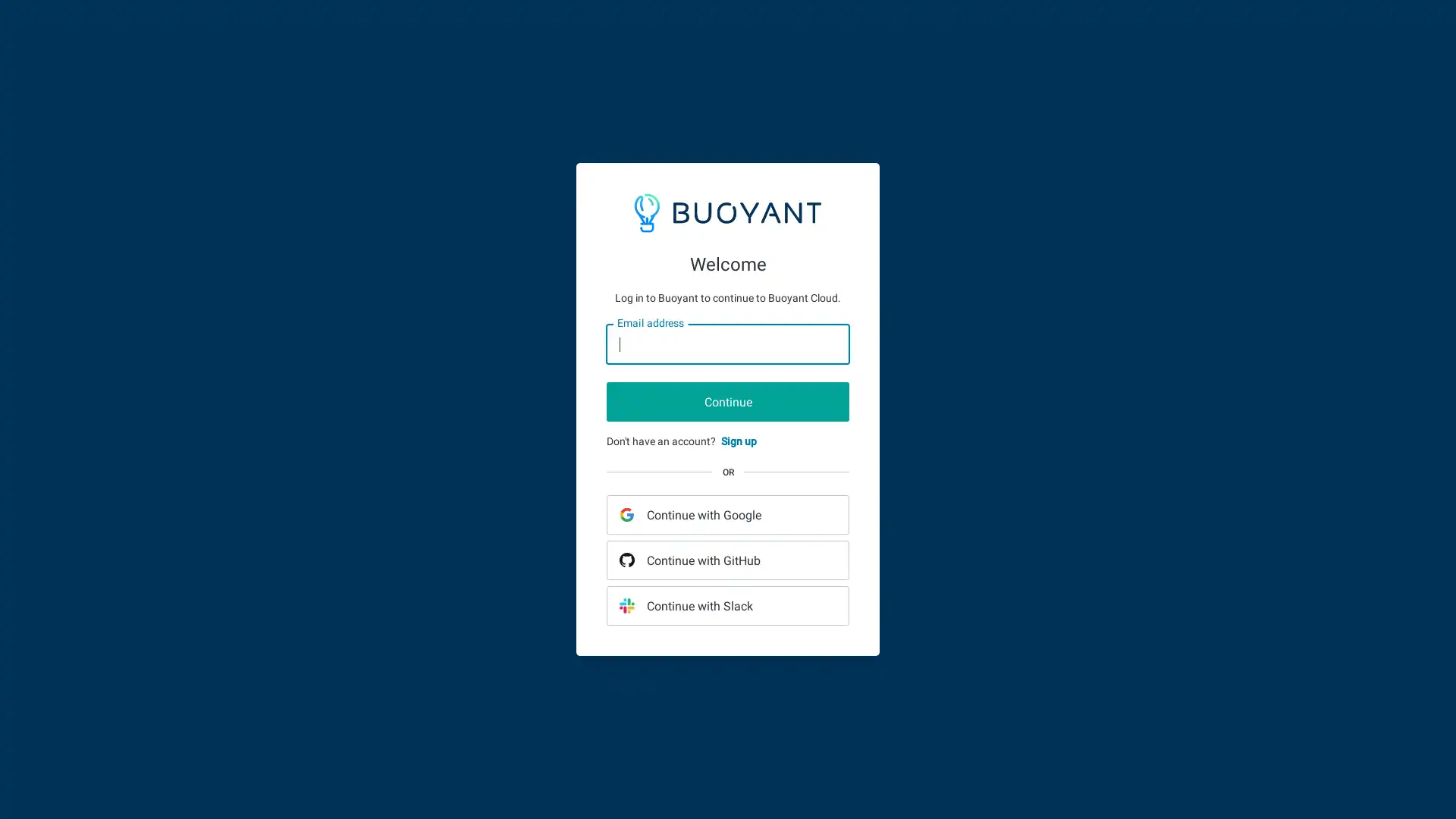 The width and height of the screenshot is (1456, 819). What do you see at coordinates (728, 400) in the screenshot?
I see `Continue` at bounding box center [728, 400].